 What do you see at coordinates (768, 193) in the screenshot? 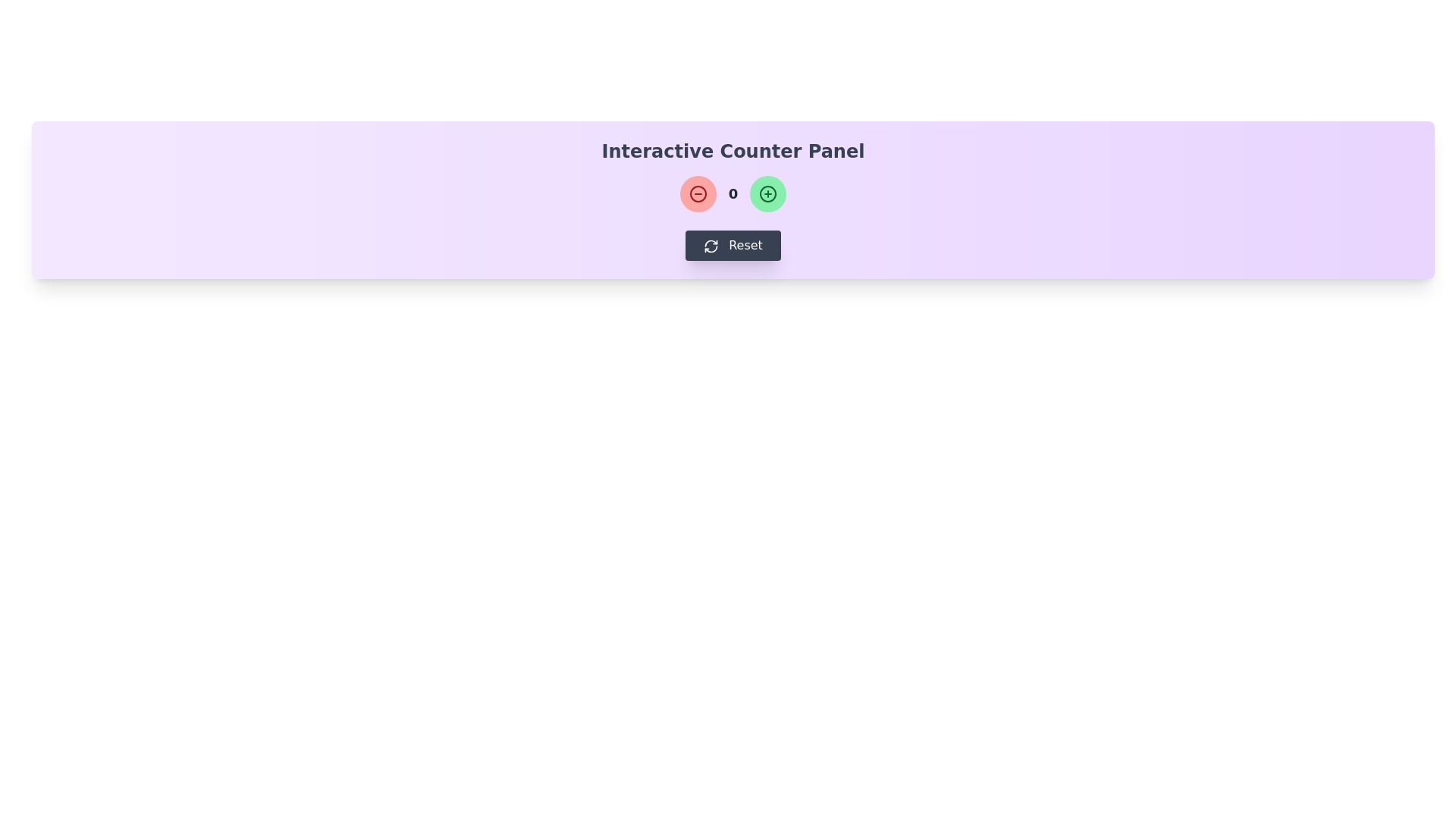
I see `the increment counter button located in the center-right of the interactive counter panel, immediately to the right of the numeric display` at bounding box center [768, 193].